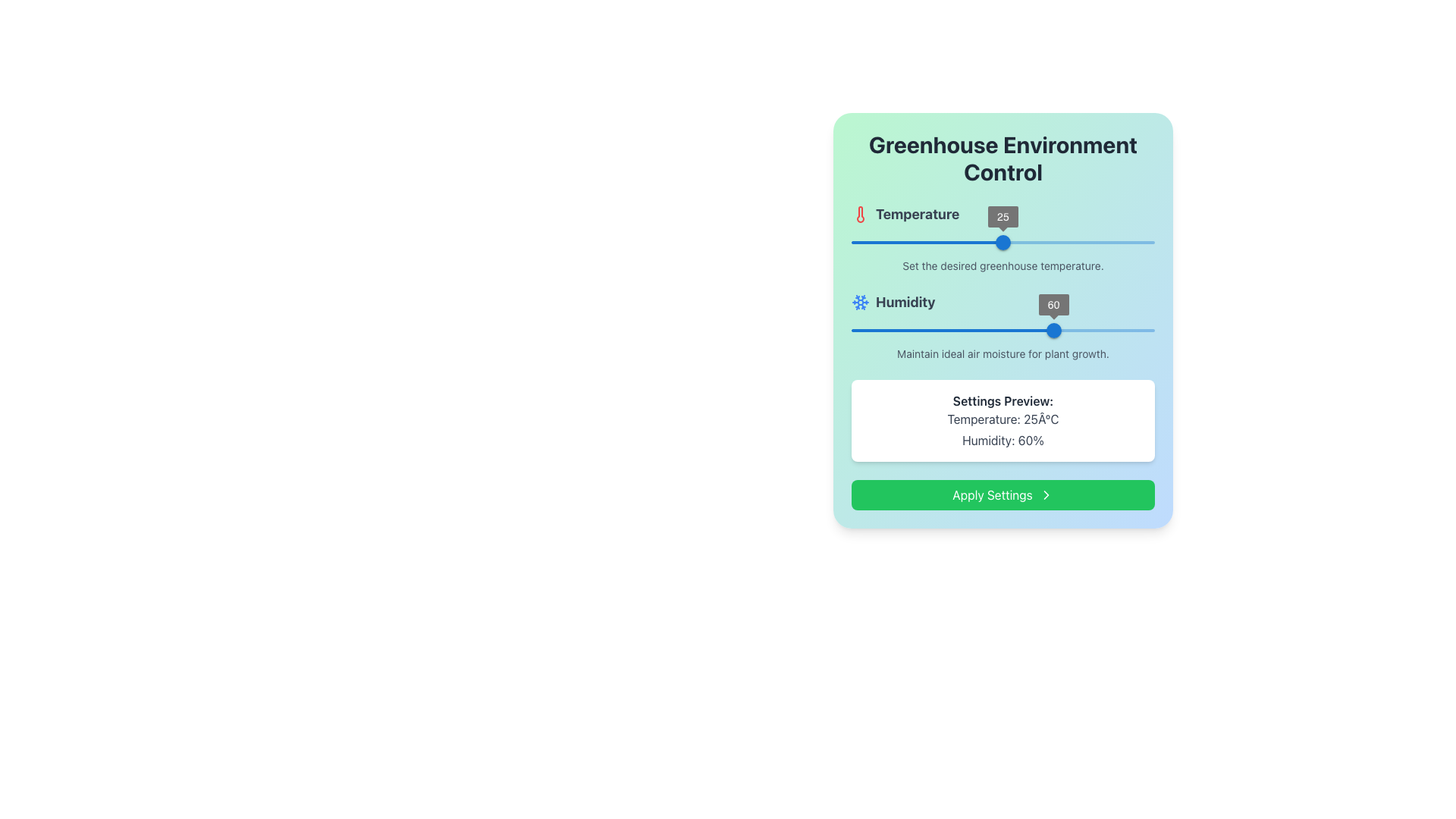 The height and width of the screenshot is (819, 1456). I want to click on the humidity, so click(1090, 329).